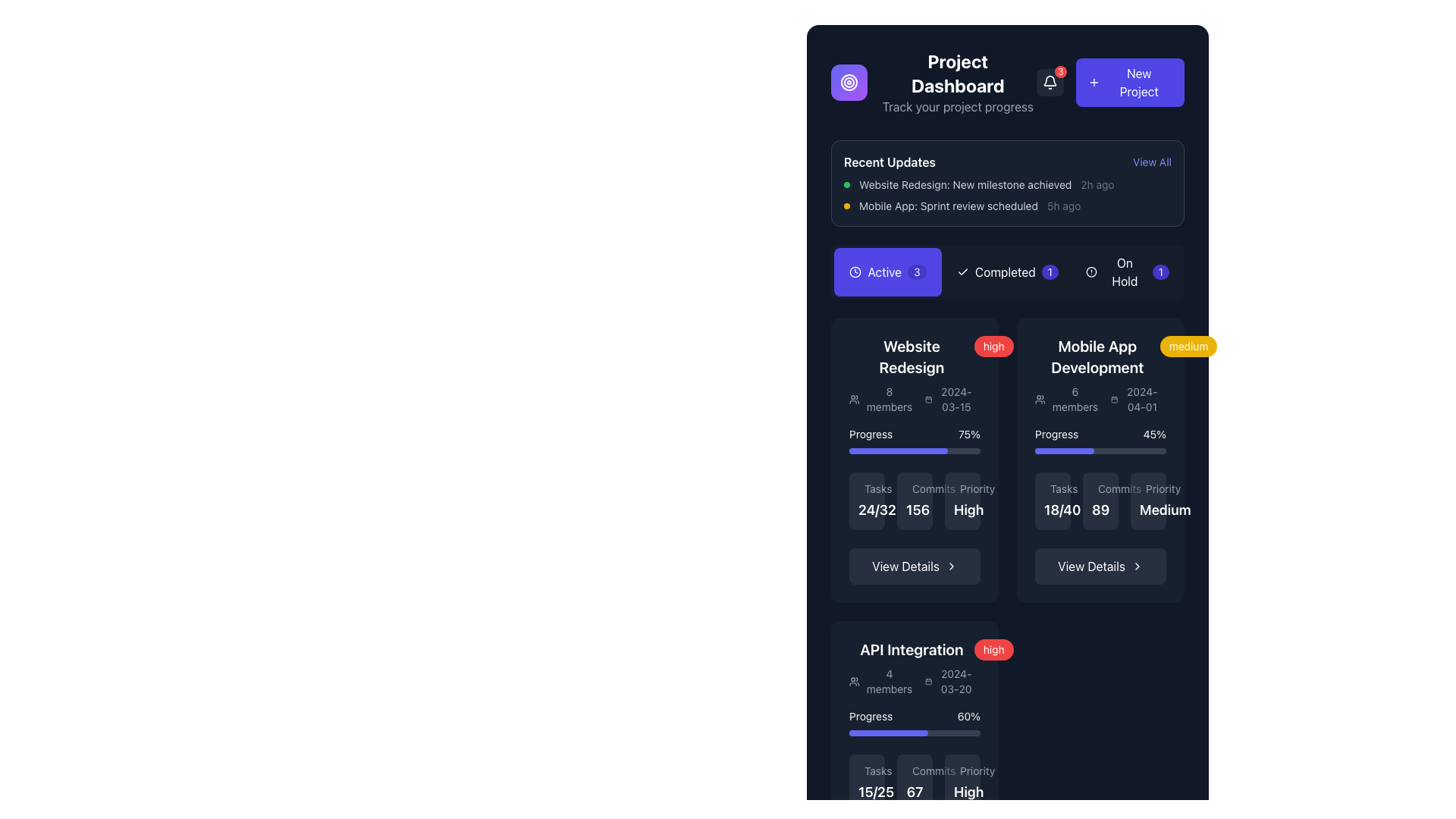 The height and width of the screenshot is (819, 1456). What do you see at coordinates (930, 733) in the screenshot?
I see `progress bar` at bounding box center [930, 733].